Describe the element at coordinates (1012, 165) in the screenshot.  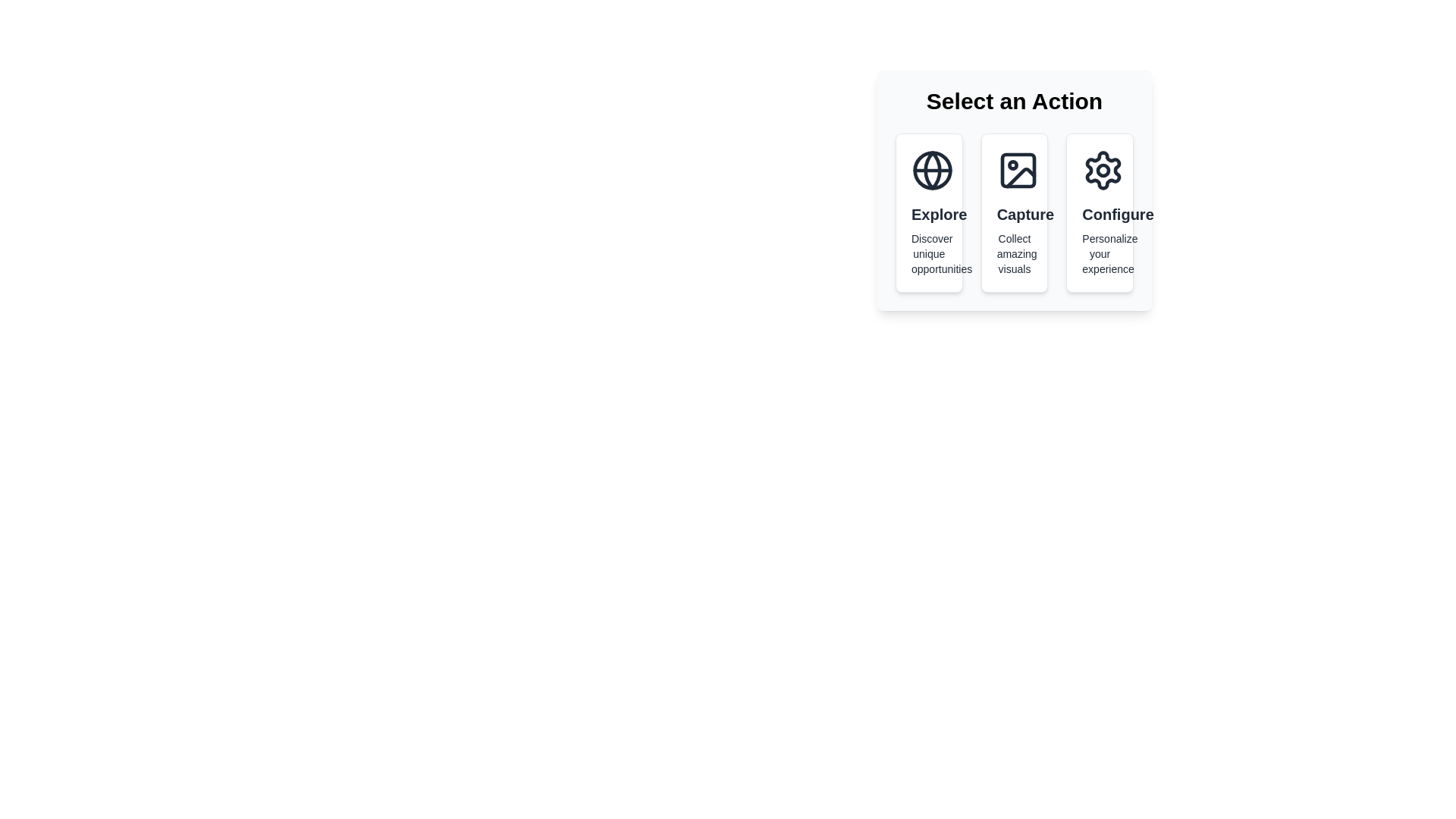
I see `the small circular shape within the 'Capture' action button in the card layout` at that location.